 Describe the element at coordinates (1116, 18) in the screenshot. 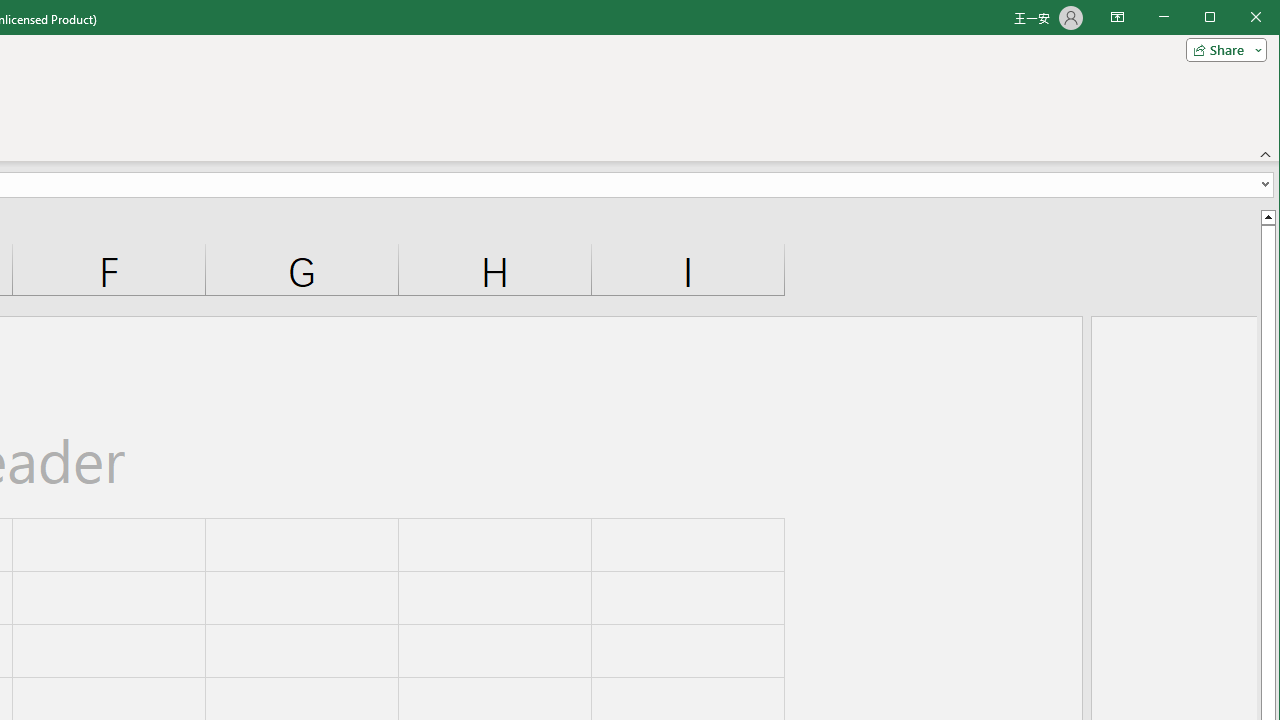

I see `'Ribbon Display Options'` at that location.